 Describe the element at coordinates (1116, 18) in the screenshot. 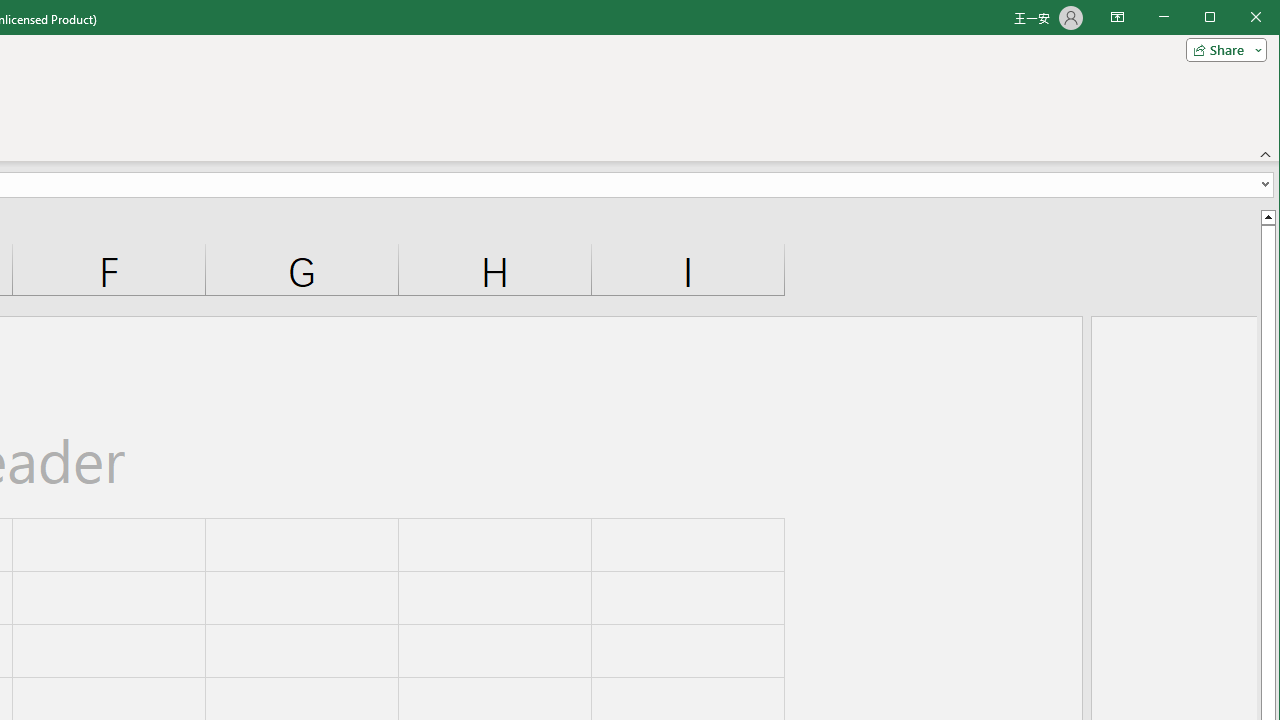

I see `'Ribbon Display Options'` at that location.